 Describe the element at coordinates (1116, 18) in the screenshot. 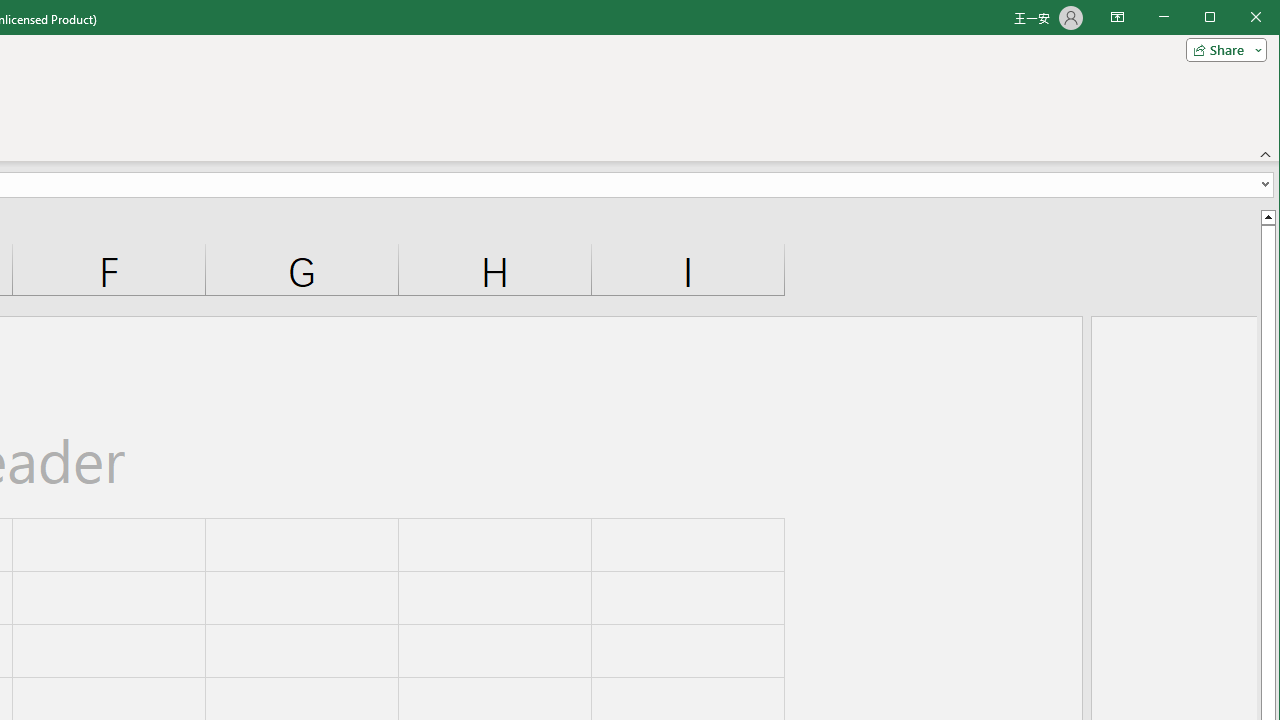

I see `'Ribbon Display Options'` at that location.